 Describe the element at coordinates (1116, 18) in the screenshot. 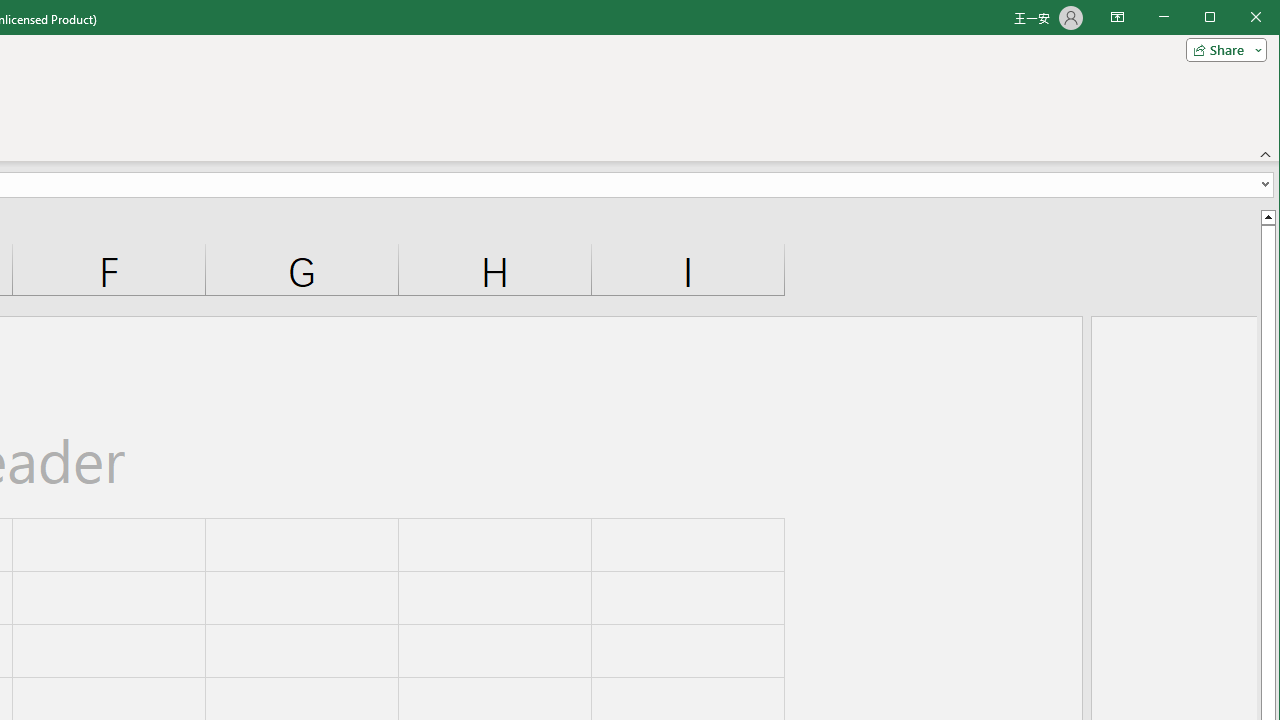

I see `'Ribbon Display Options'` at that location.